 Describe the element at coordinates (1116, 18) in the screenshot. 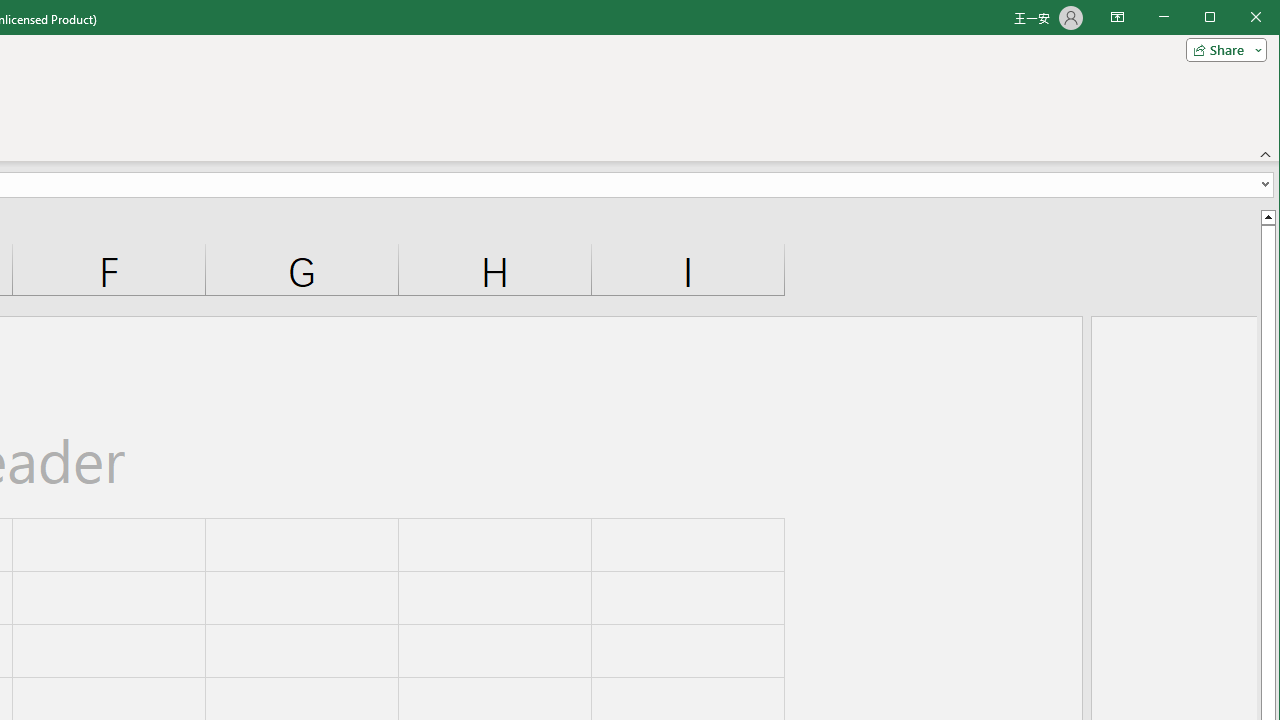

I see `'Ribbon Display Options'` at that location.